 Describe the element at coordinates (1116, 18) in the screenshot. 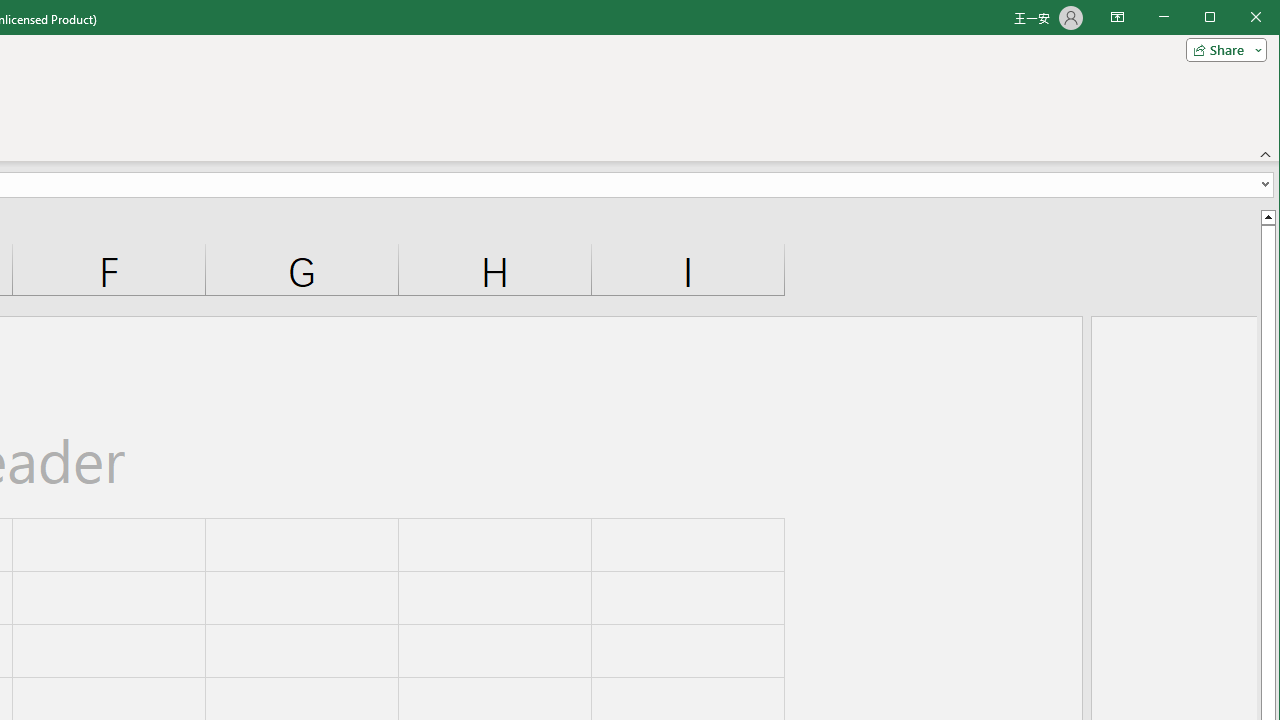

I see `'Ribbon Display Options'` at that location.